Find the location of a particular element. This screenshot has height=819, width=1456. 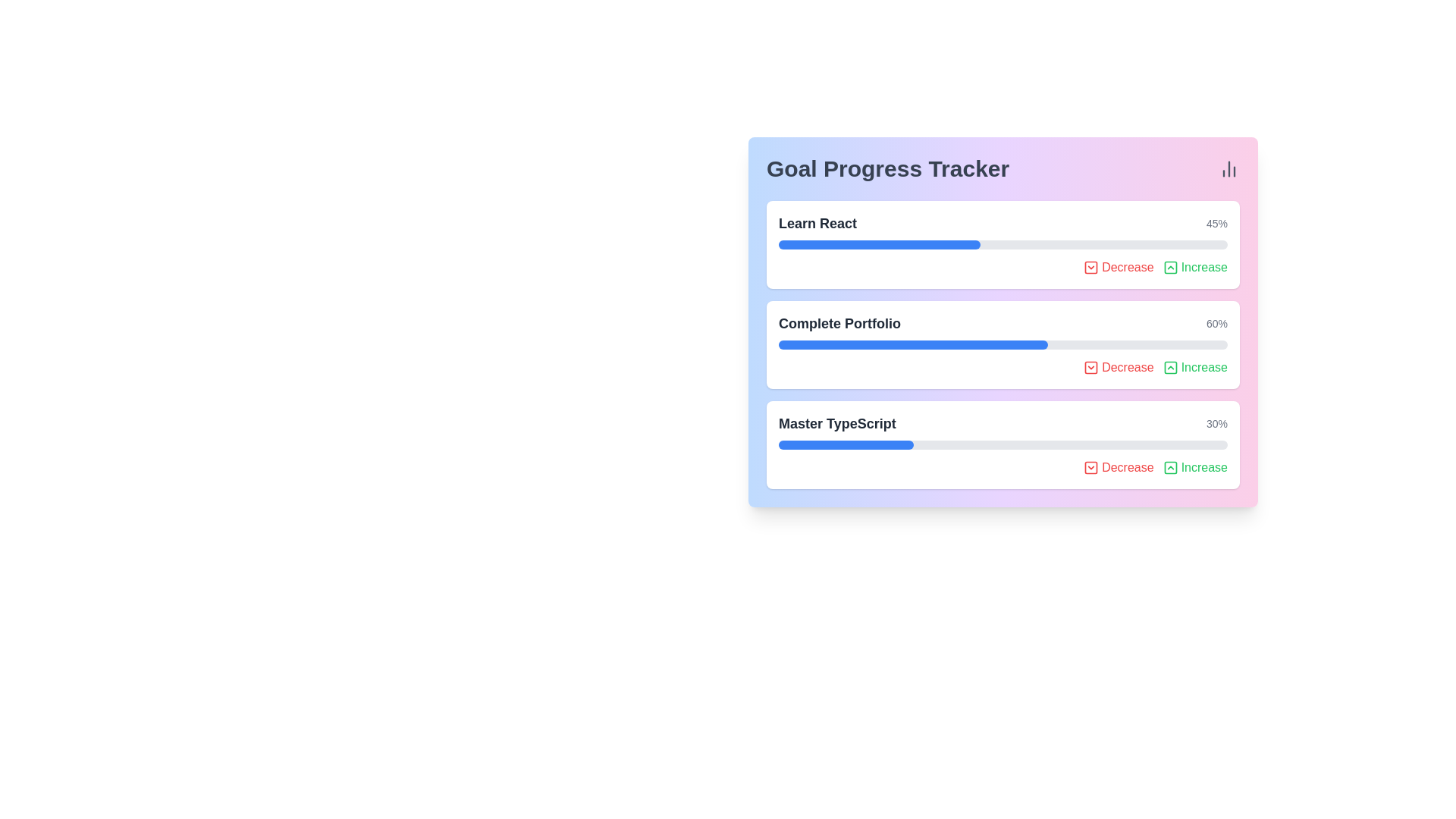

the 'Increase Progress' button located adjacent to the 'Complete Portfolio' progress bar under the 'Goal Progress Tracker' title is located at coordinates (1194, 368).